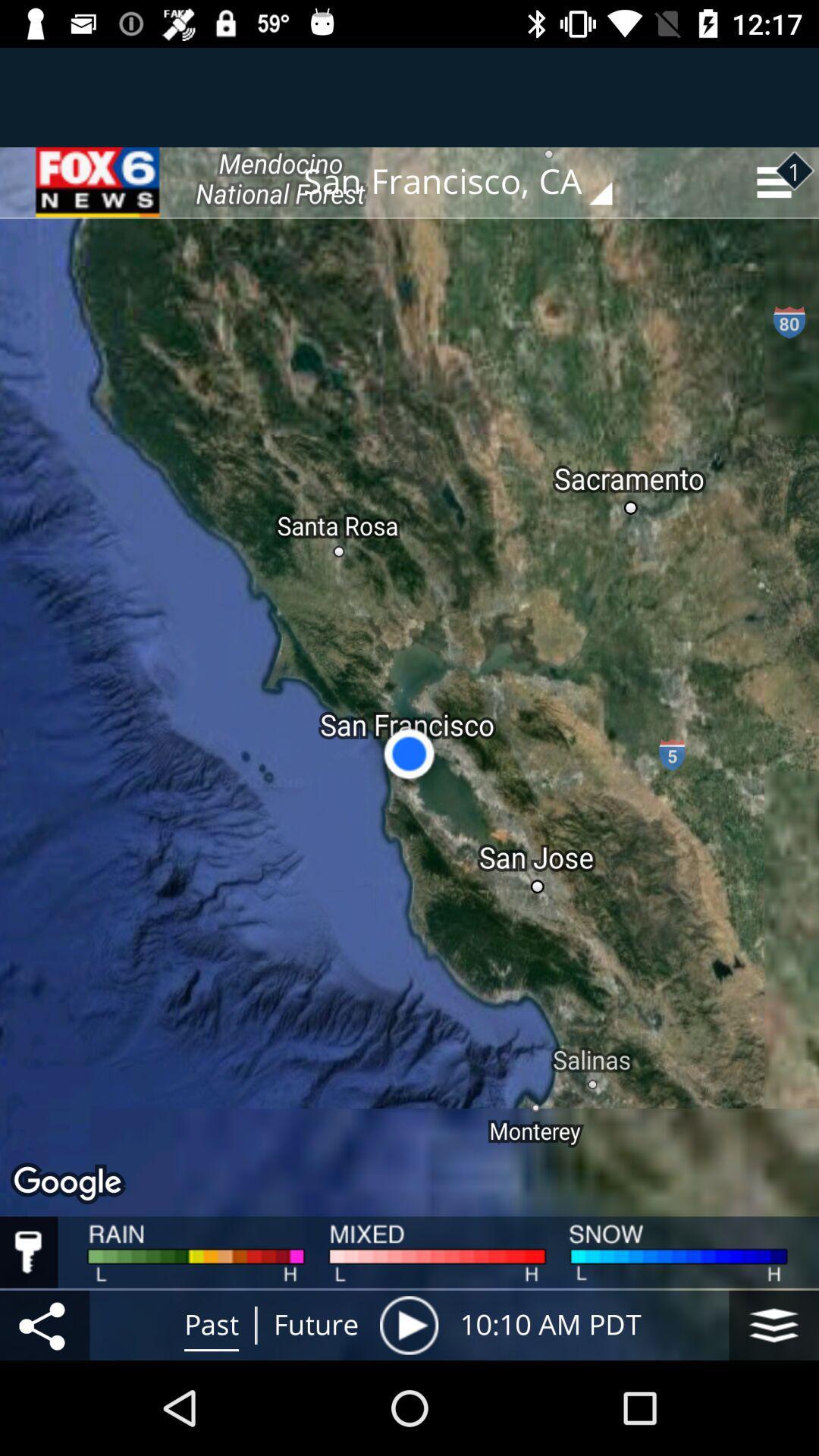  What do you see at coordinates (44, 1324) in the screenshot?
I see `the share icon` at bounding box center [44, 1324].